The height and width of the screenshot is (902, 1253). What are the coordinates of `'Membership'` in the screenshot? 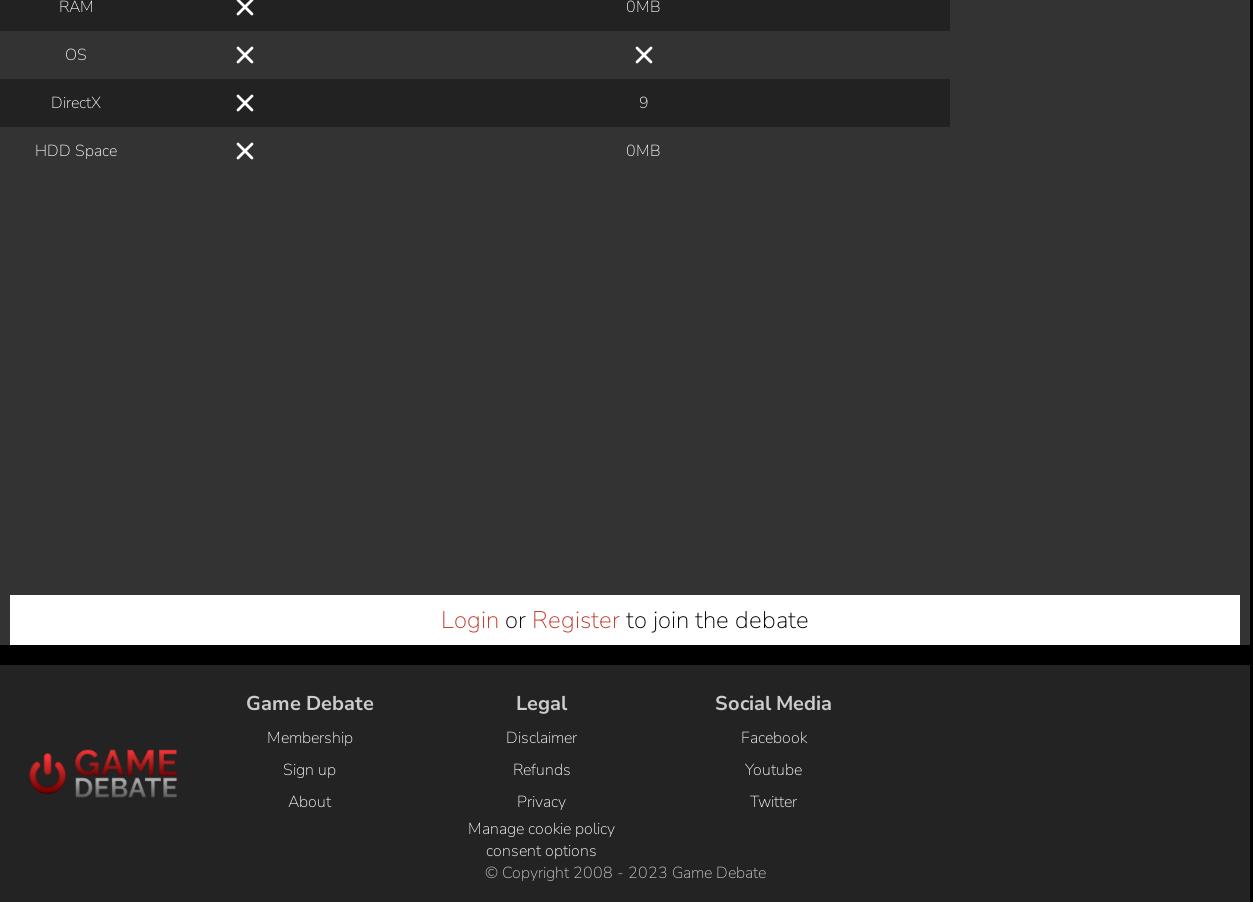 It's located at (266, 45).